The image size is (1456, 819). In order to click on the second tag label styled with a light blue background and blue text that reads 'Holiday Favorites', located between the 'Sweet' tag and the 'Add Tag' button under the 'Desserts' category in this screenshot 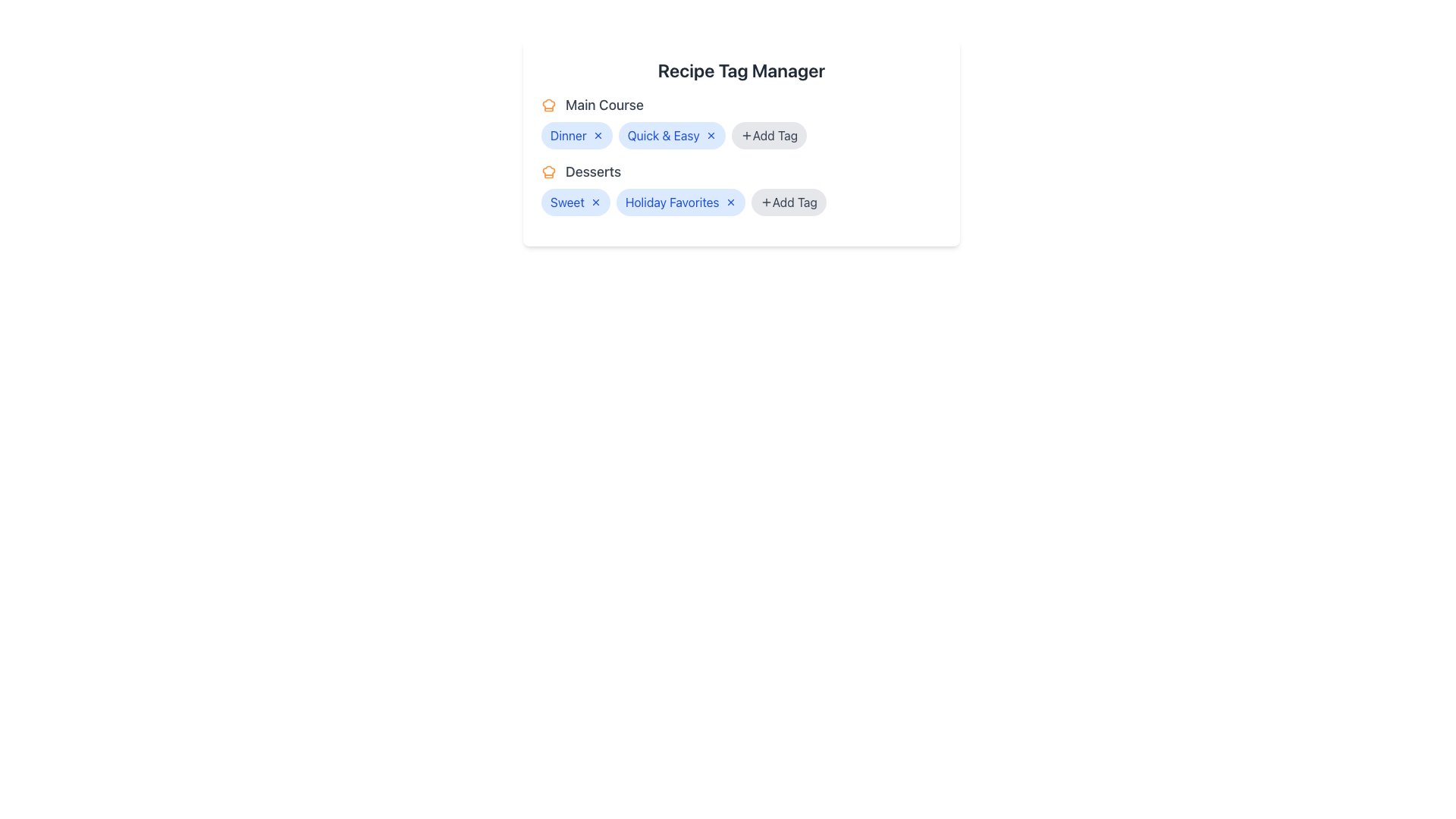, I will do `click(679, 201)`.